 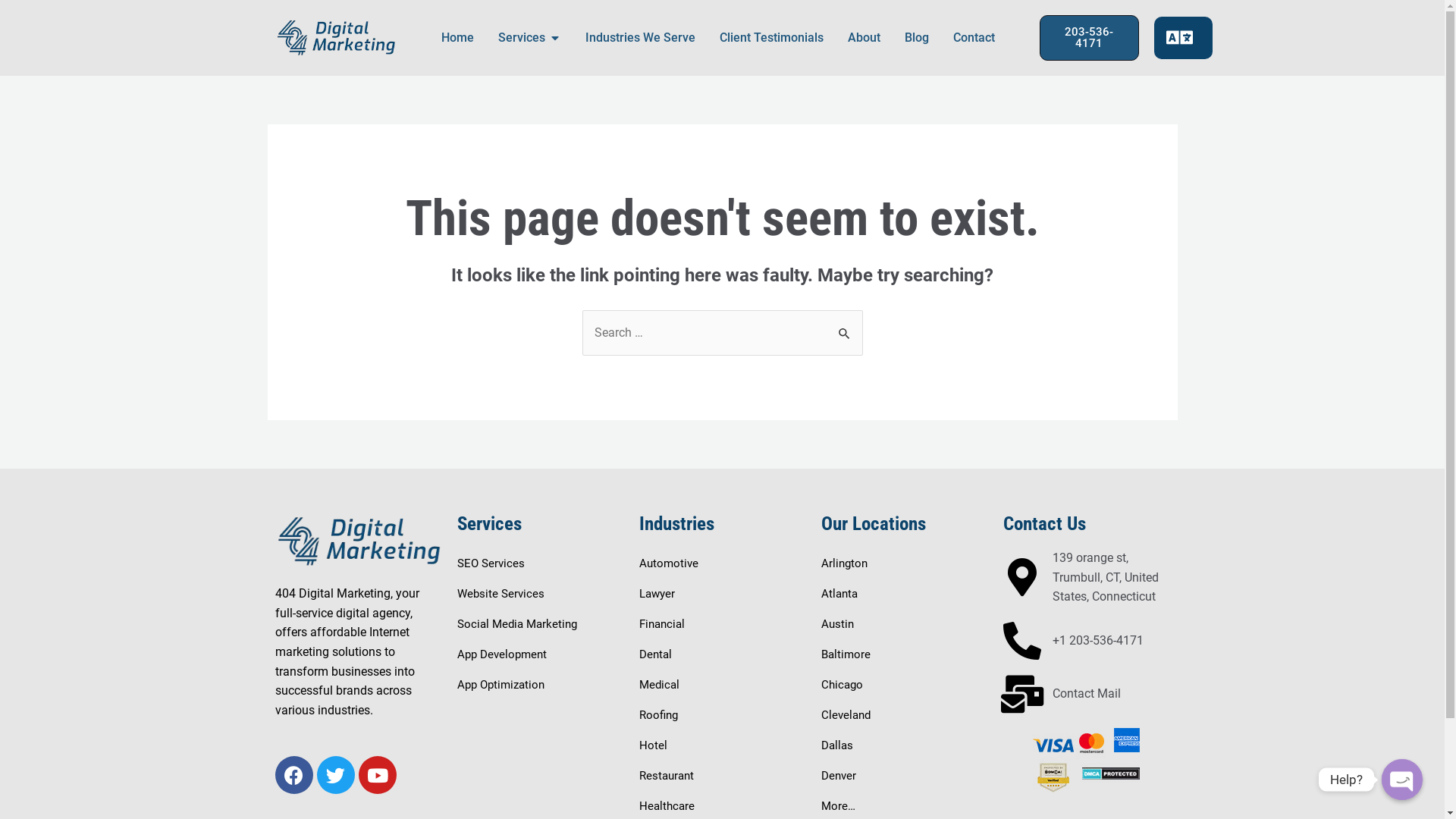 What do you see at coordinates (864, 37) in the screenshot?
I see `'About'` at bounding box center [864, 37].